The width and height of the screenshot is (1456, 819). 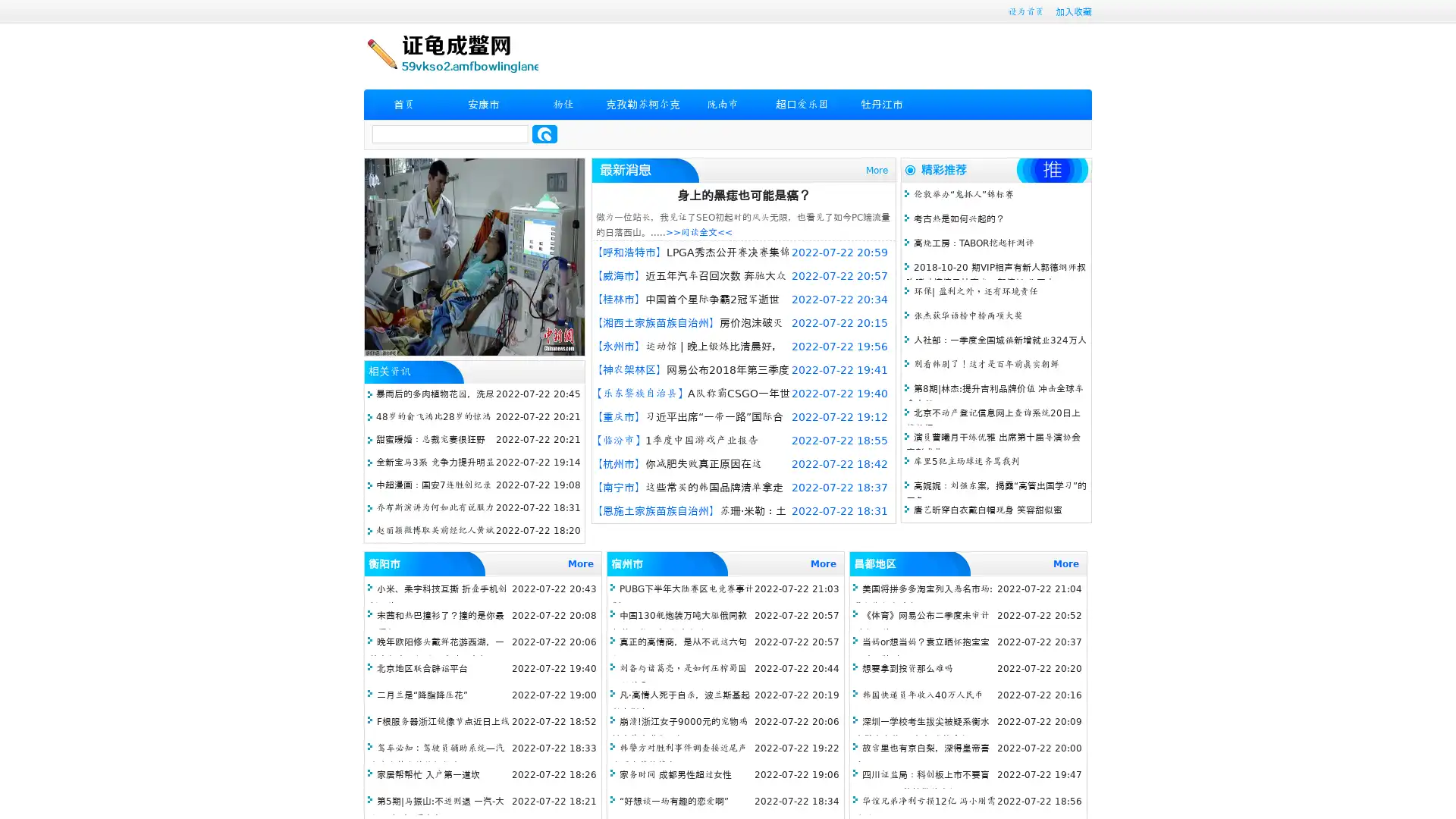 What do you see at coordinates (544, 133) in the screenshot?
I see `Search` at bounding box center [544, 133].